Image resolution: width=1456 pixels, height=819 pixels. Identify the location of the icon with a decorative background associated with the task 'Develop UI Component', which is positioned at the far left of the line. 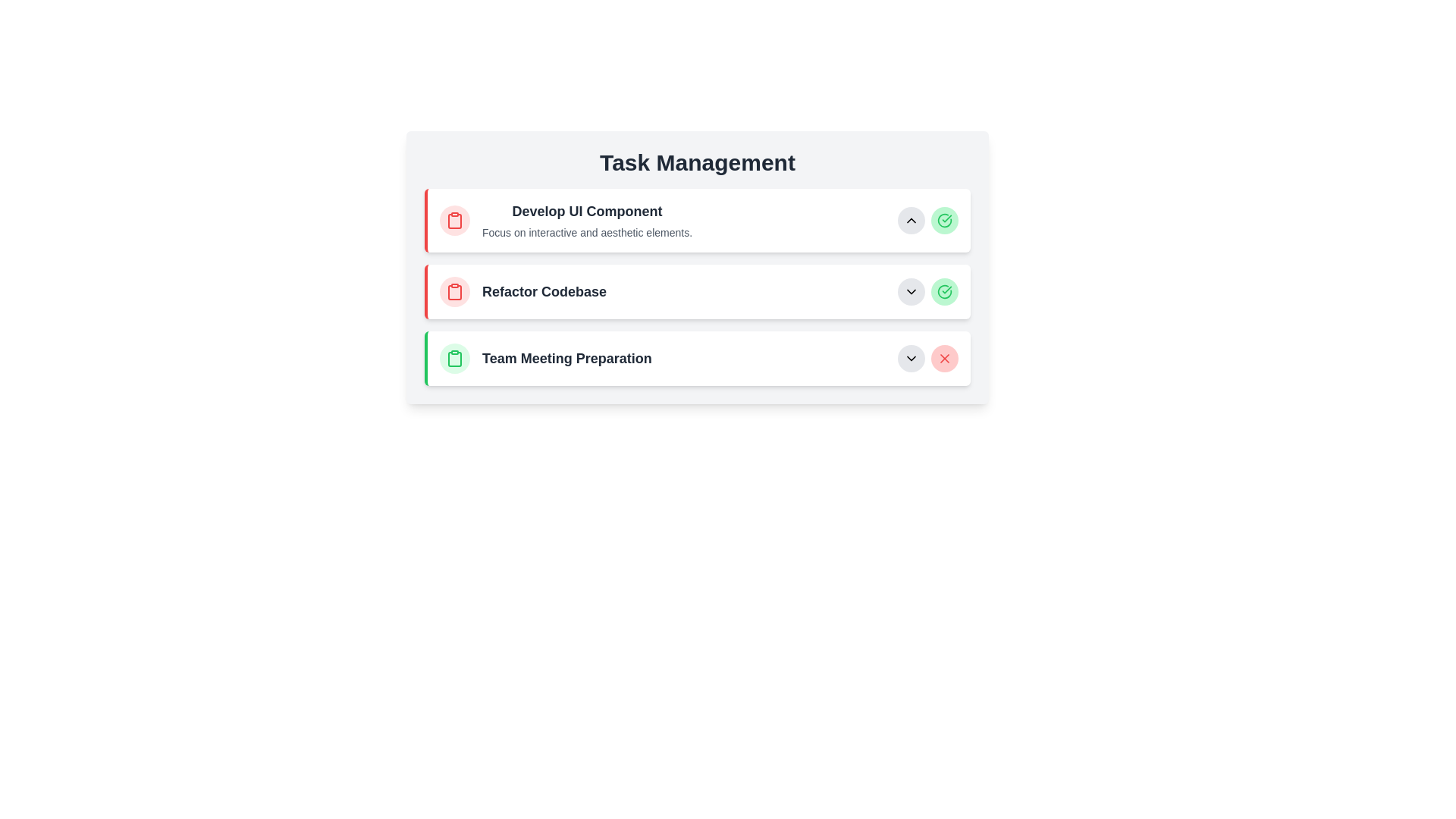
(454, 220).